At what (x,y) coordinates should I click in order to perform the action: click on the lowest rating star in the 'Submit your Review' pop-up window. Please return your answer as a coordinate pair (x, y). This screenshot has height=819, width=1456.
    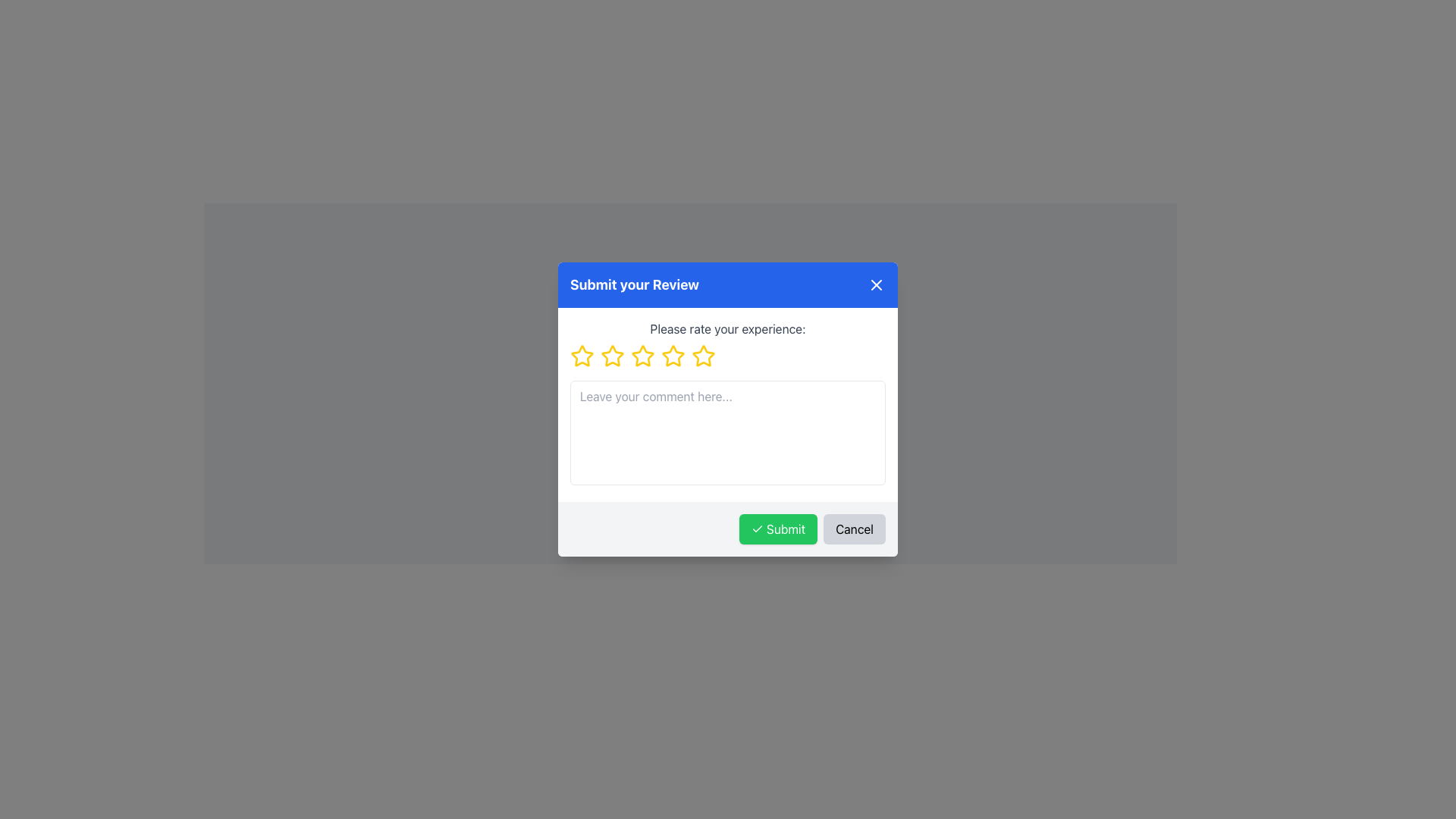
    Looking at the image, I should click on (582, 356).